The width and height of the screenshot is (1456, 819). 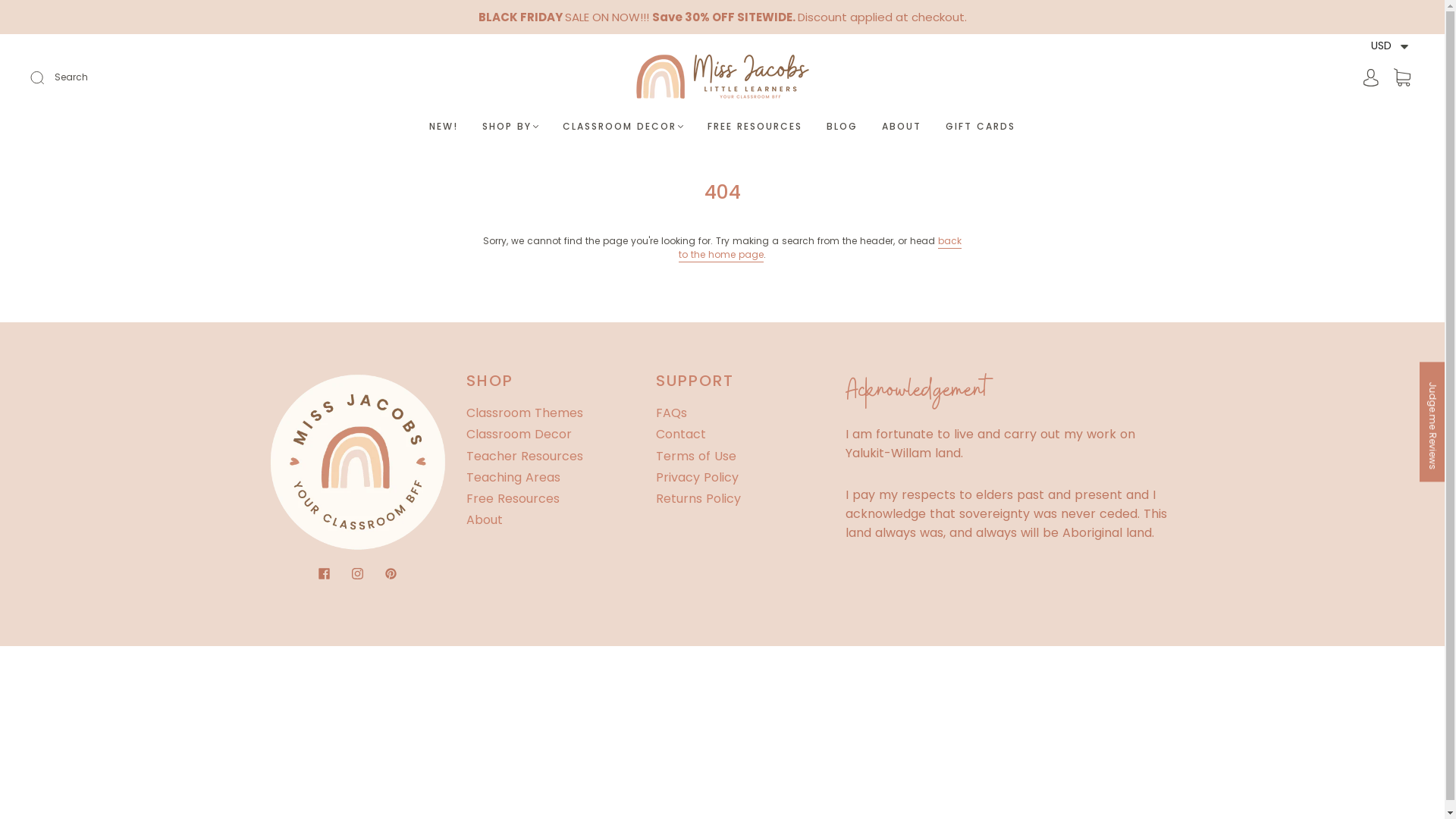 What do you see at coordinates (706, 125) in the screenshot?
I see `'FREE RESOURCES'` at bounding box center [706, 125].